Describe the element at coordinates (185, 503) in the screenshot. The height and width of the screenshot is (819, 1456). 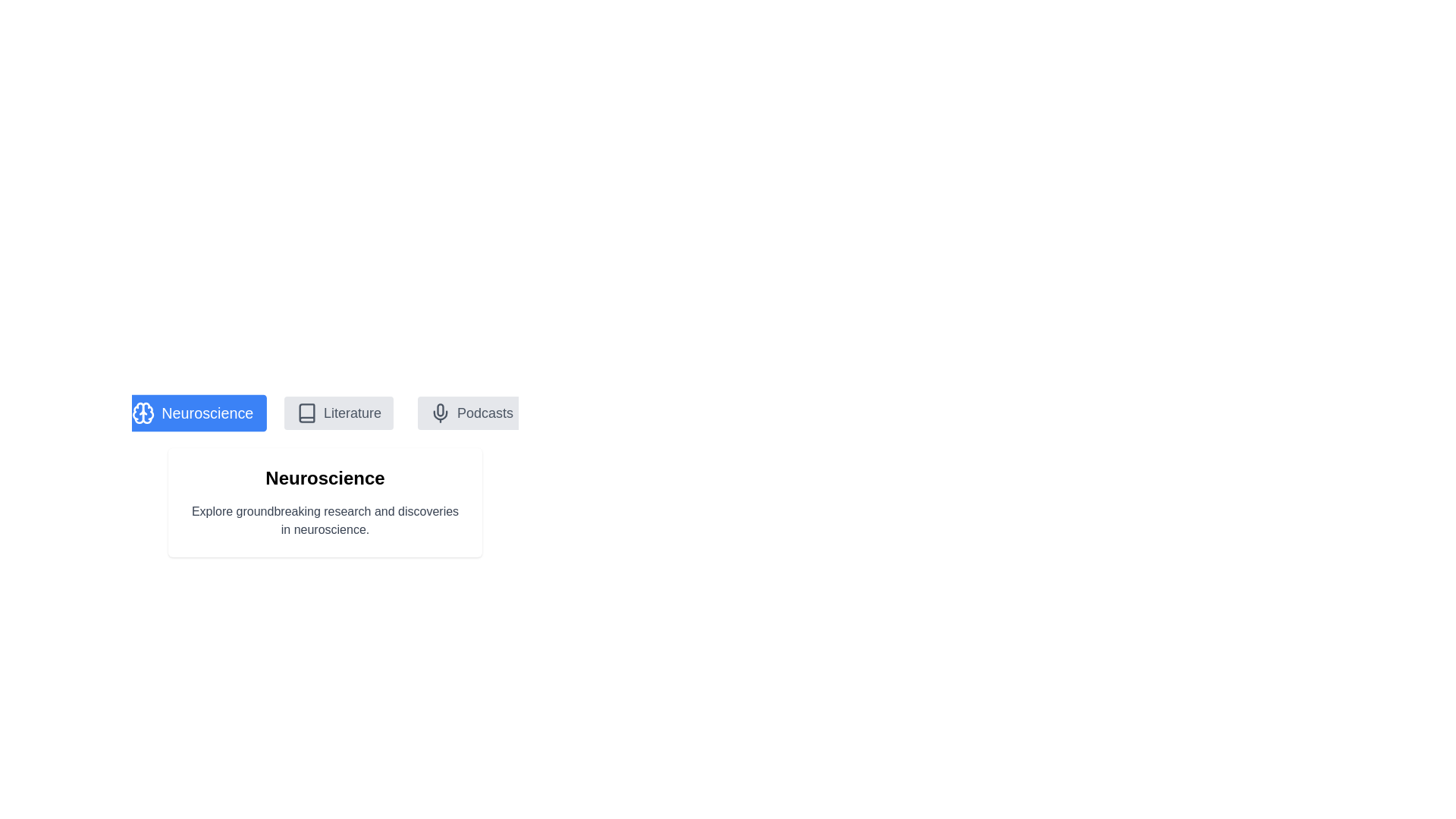
I see `the text displayed in the active tab` at that location.